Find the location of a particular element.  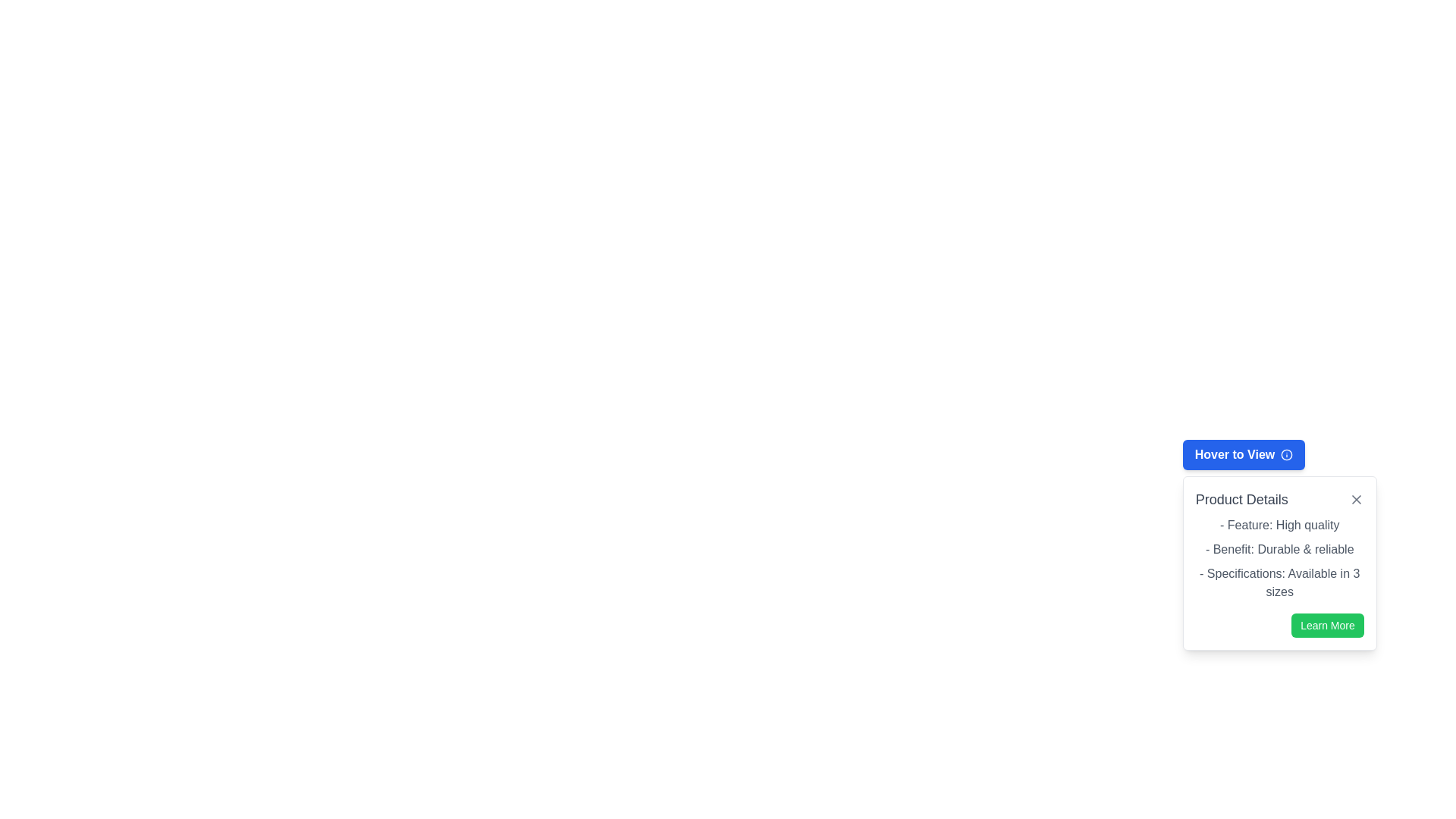

the text label displaying '- Feature: High quality' in the 'Product Details' section, which is styled in gray and aligned to the left is located at coordinates (1279, 525).